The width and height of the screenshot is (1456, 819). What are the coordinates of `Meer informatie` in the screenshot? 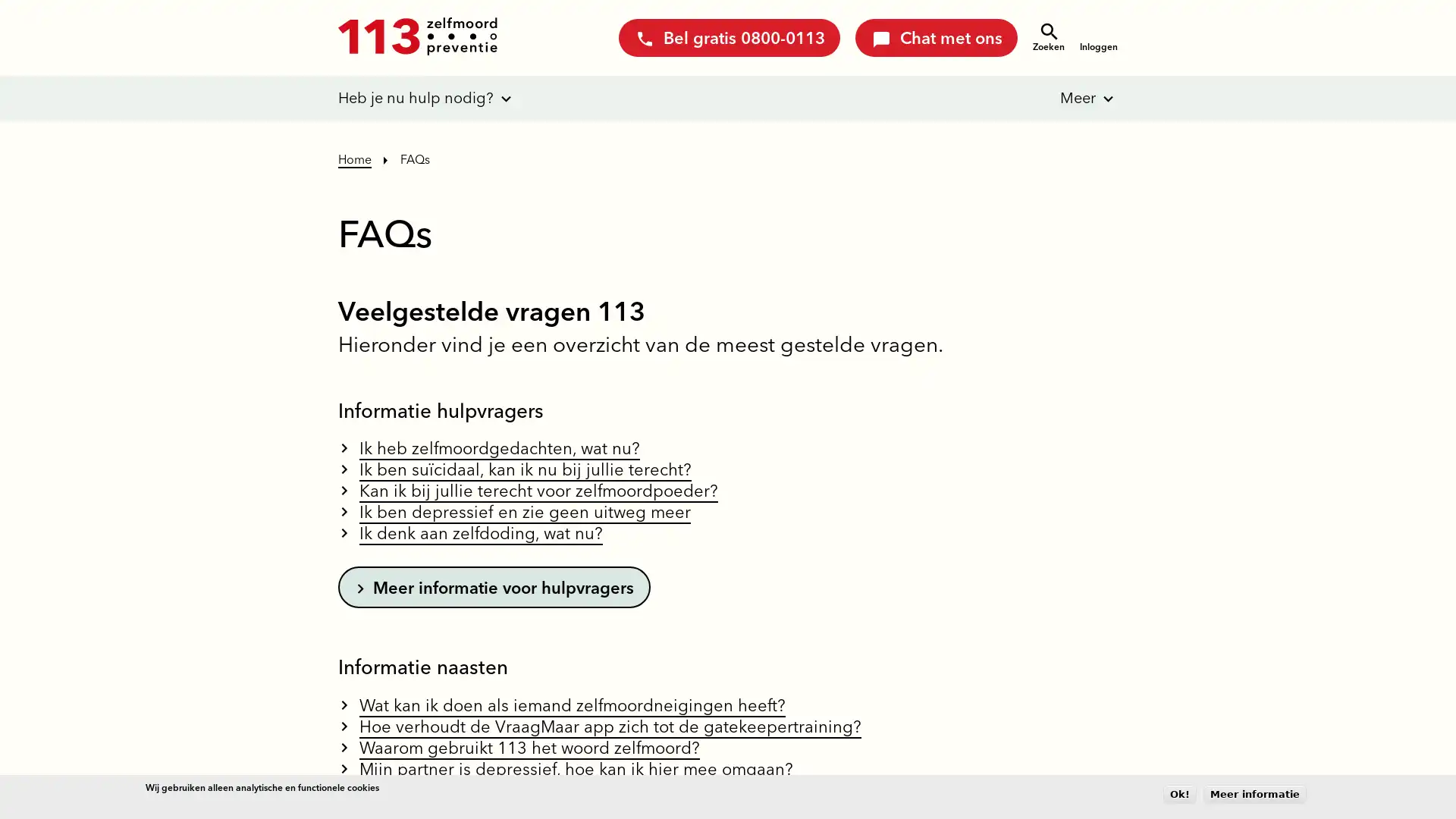 It's located at (1255, 793).